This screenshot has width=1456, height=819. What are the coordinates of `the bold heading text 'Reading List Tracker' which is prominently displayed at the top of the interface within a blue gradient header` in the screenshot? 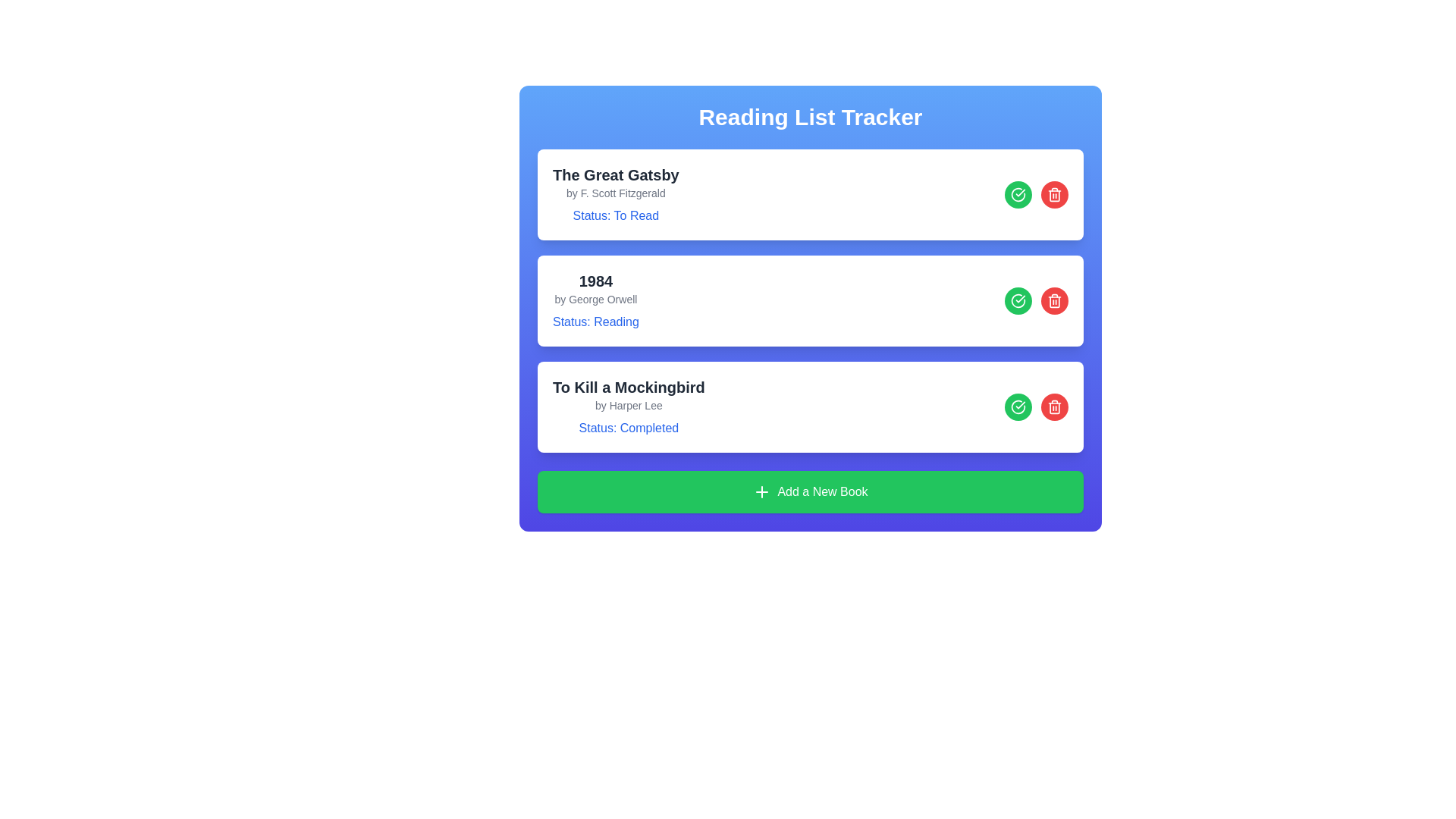 It's located at (810, 116).